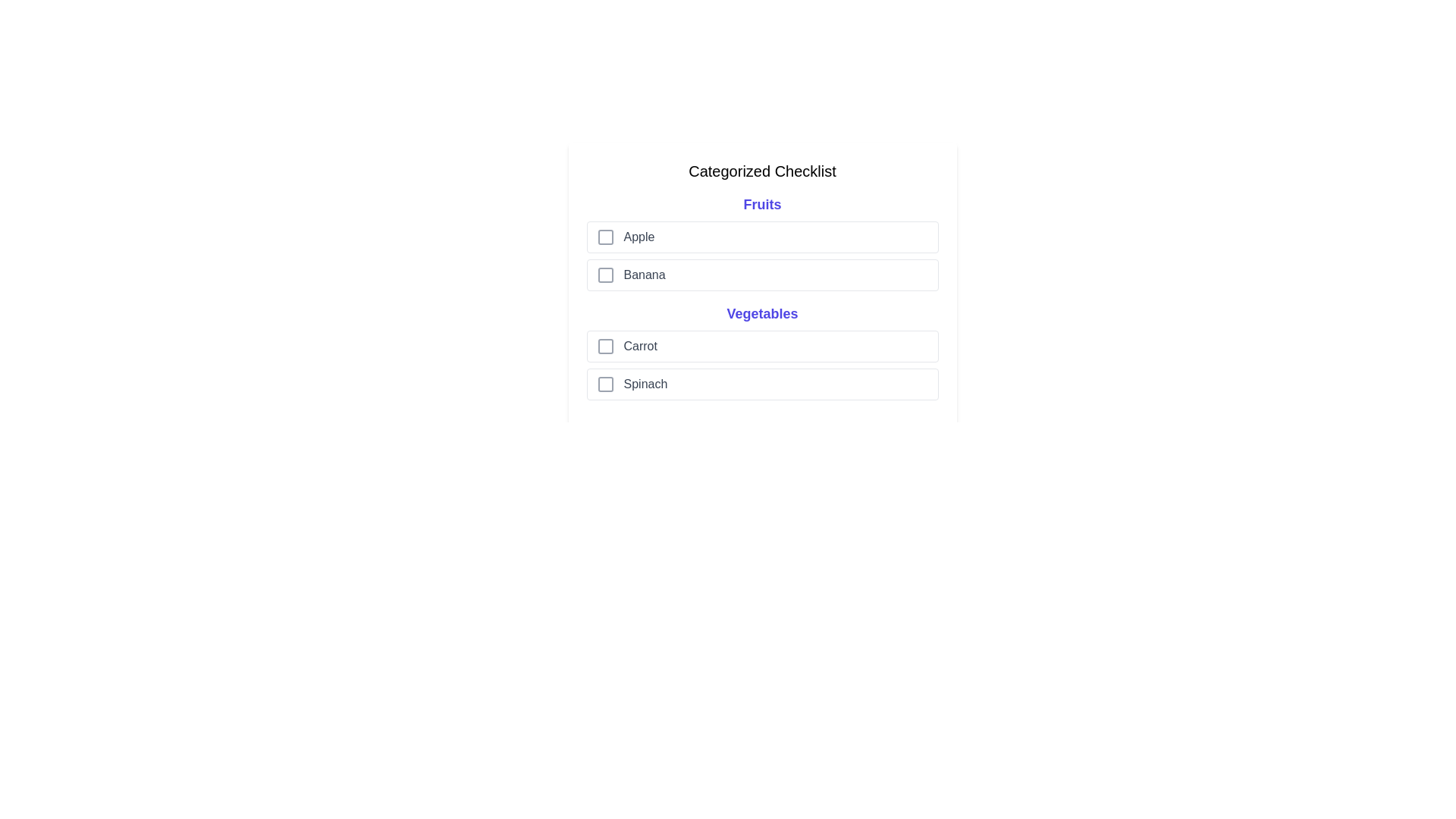 The height and width of the screenshot is (819, 1456). I want to click on the checkbox element styled as a square icon with a gray border, located to the left of the 'Spinach' text label in the checklist interface, so click(604, 383).